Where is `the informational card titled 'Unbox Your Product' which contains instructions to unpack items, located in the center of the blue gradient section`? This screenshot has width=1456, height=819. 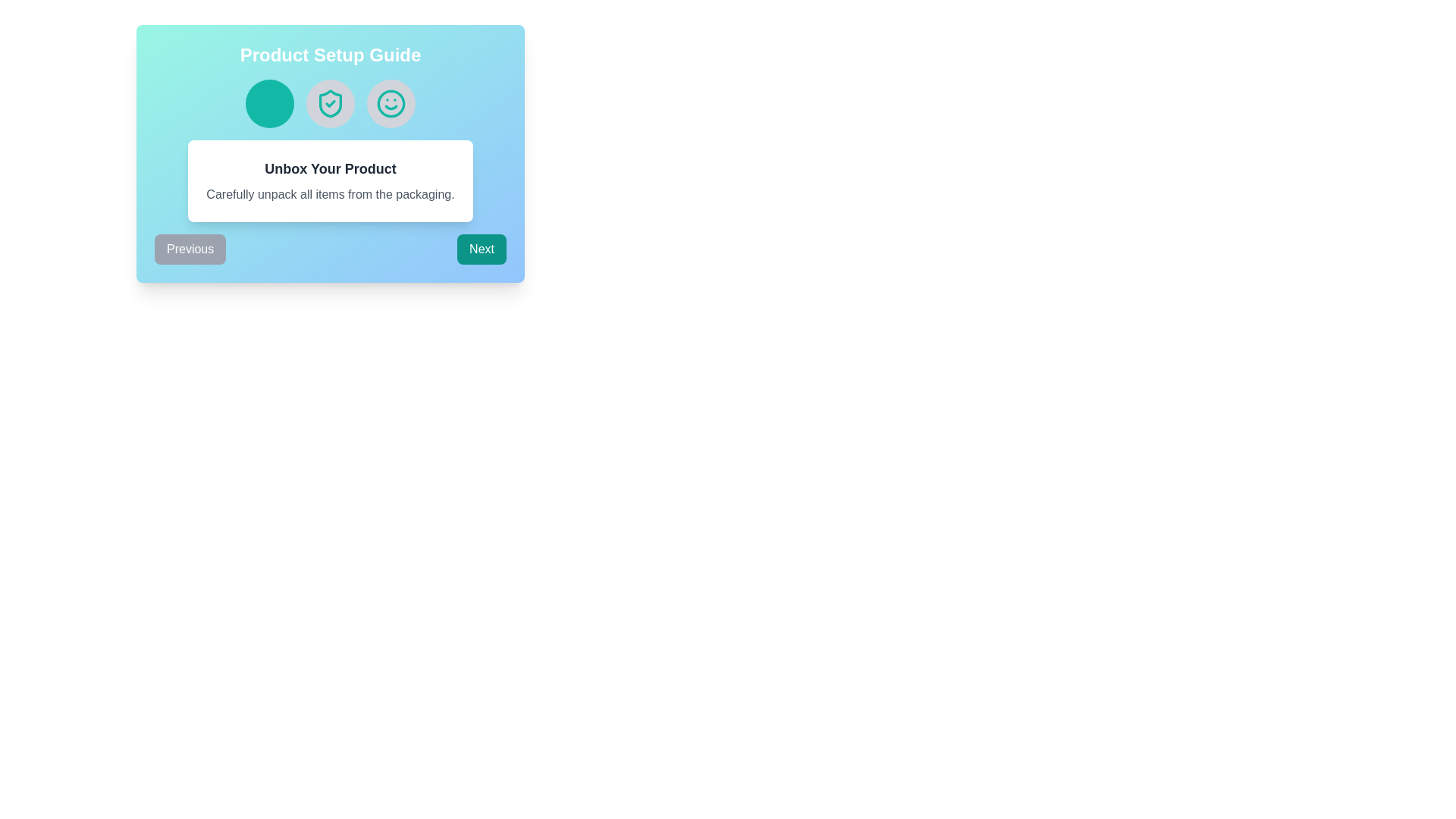 the informational card titled 'Unbox Your Product' which contains instructions to unpack items, located in the center of the blue gradient section is located at coordinates (330, 180).